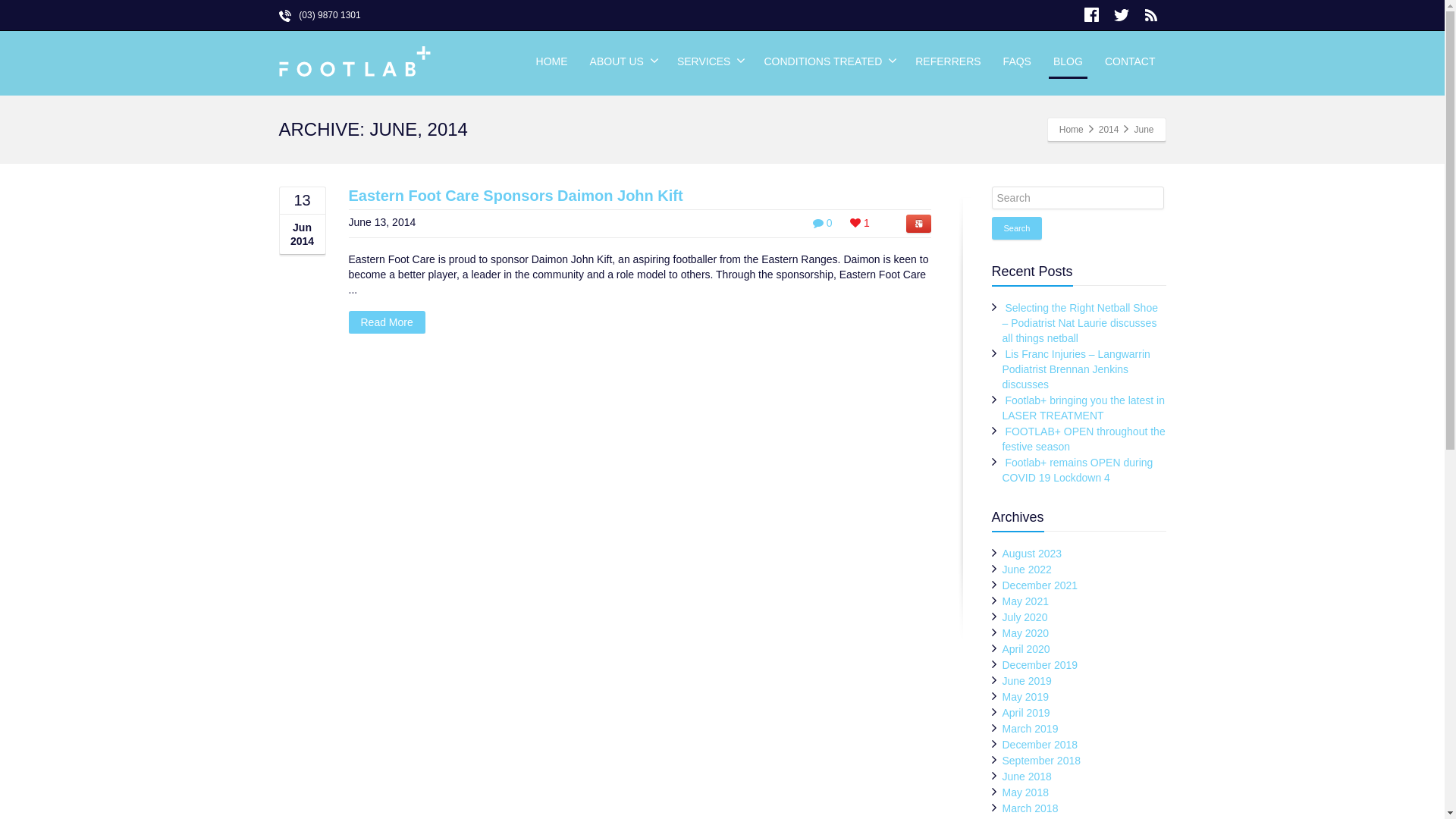  I want to click on 'HOME', so click(551, 61).